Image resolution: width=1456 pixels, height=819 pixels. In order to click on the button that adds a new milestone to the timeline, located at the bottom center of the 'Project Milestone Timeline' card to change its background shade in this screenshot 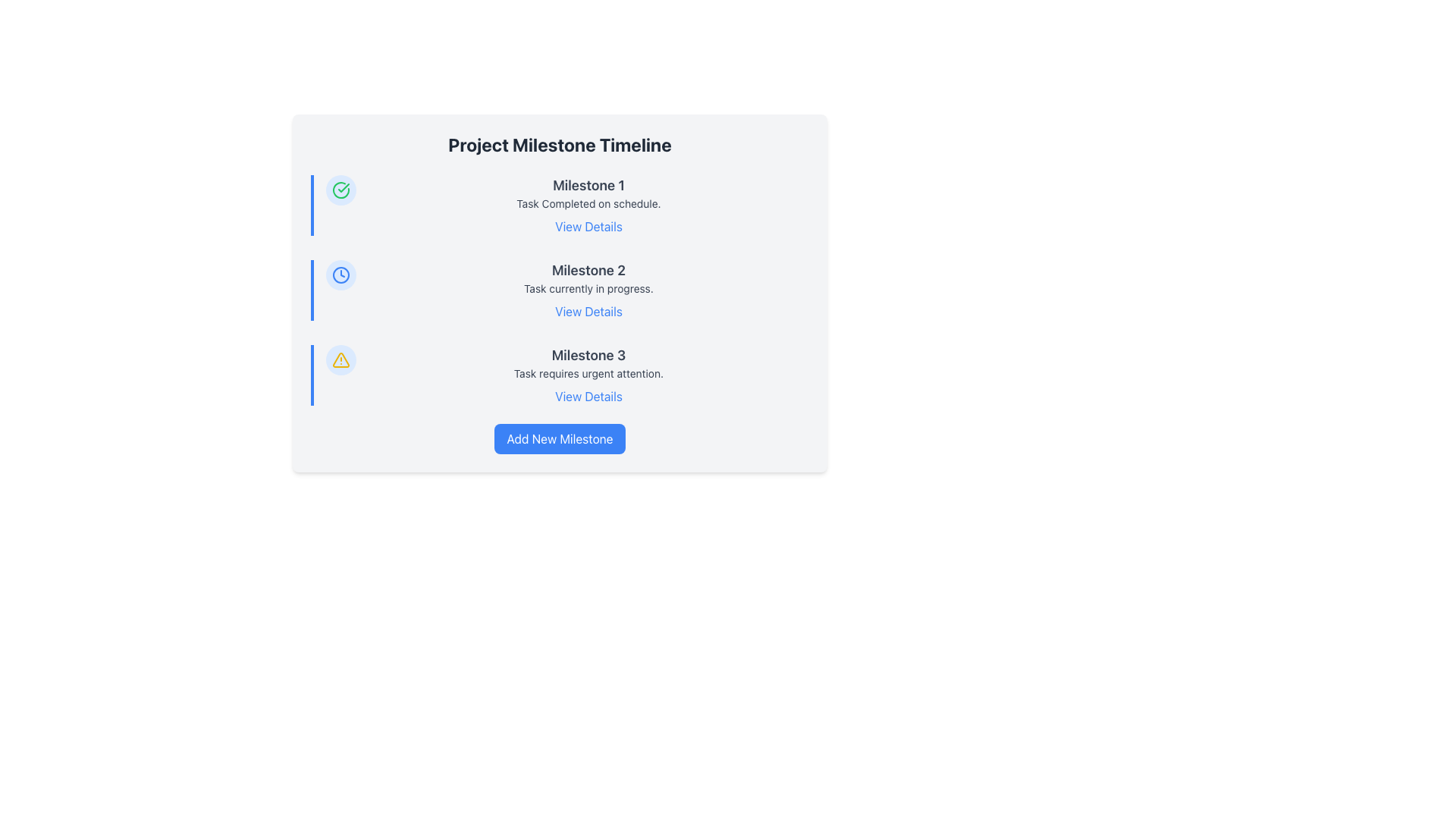, I will do `click(559, 438)`.